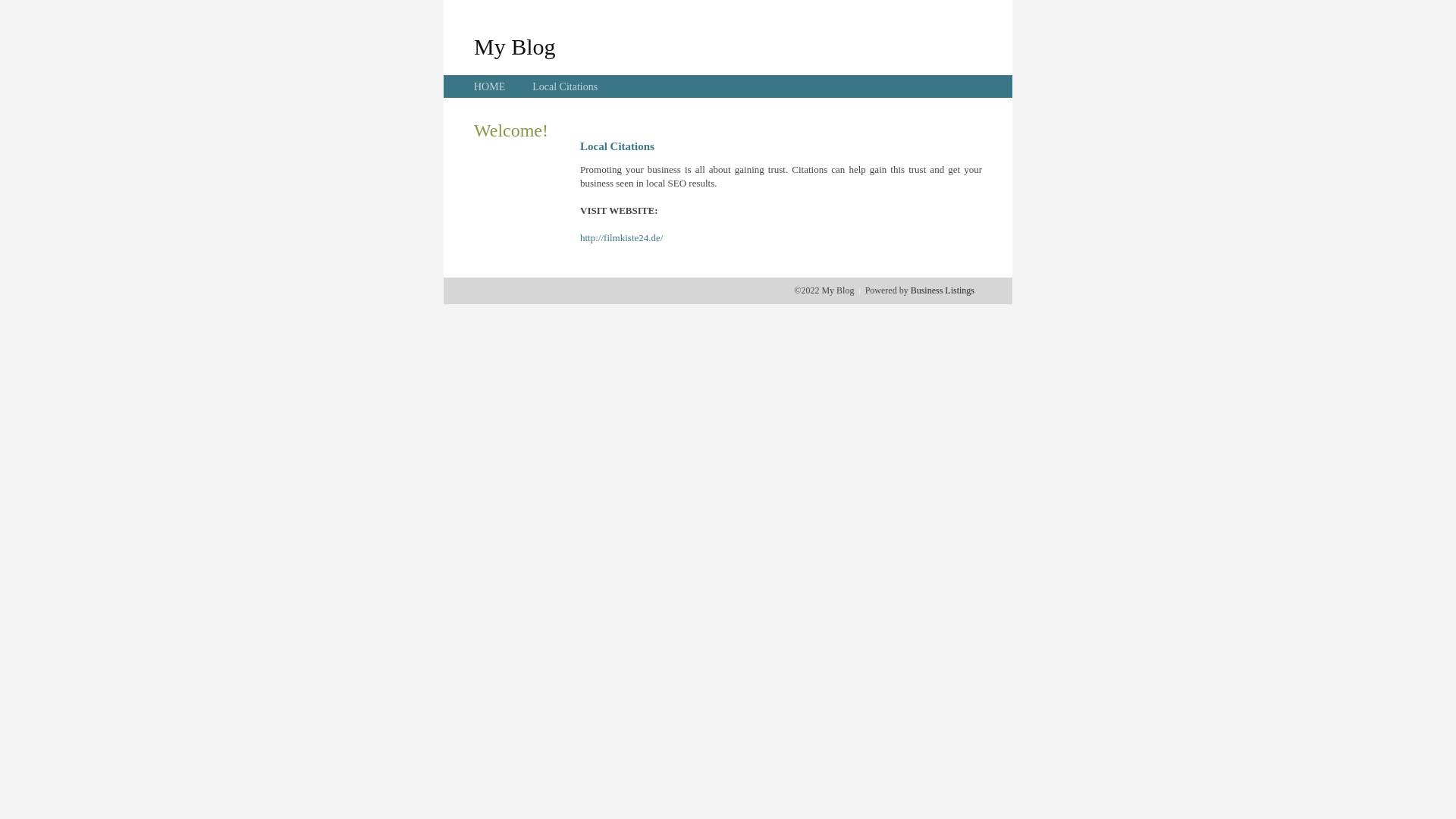  Describe the element at coordinates (942, 290) in the screenshot. I see `'Business Listings'` at that location.